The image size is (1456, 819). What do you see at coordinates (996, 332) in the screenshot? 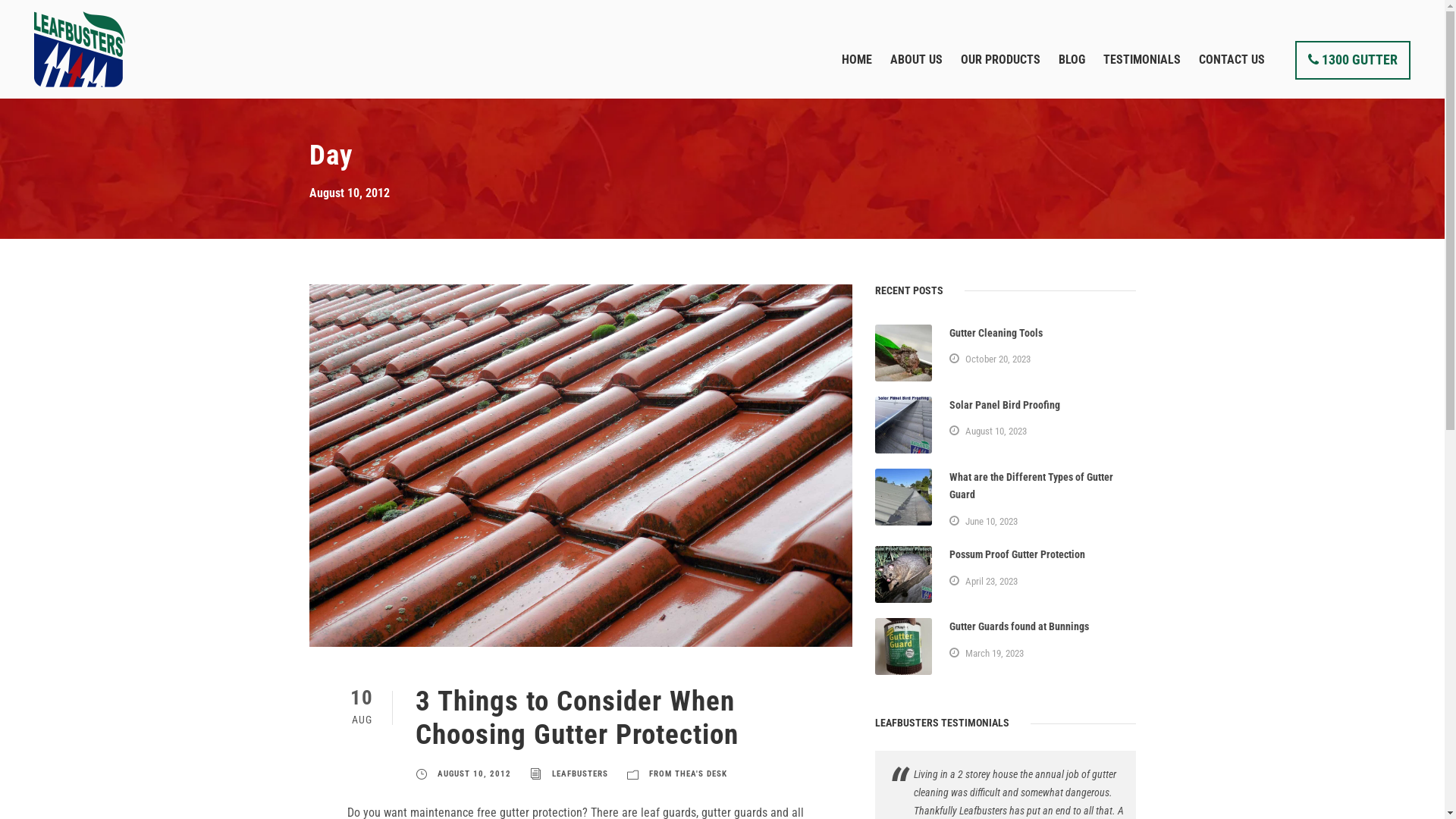
I see `'Gutter Cleaning Tools'` at bounding box center [996, 332].